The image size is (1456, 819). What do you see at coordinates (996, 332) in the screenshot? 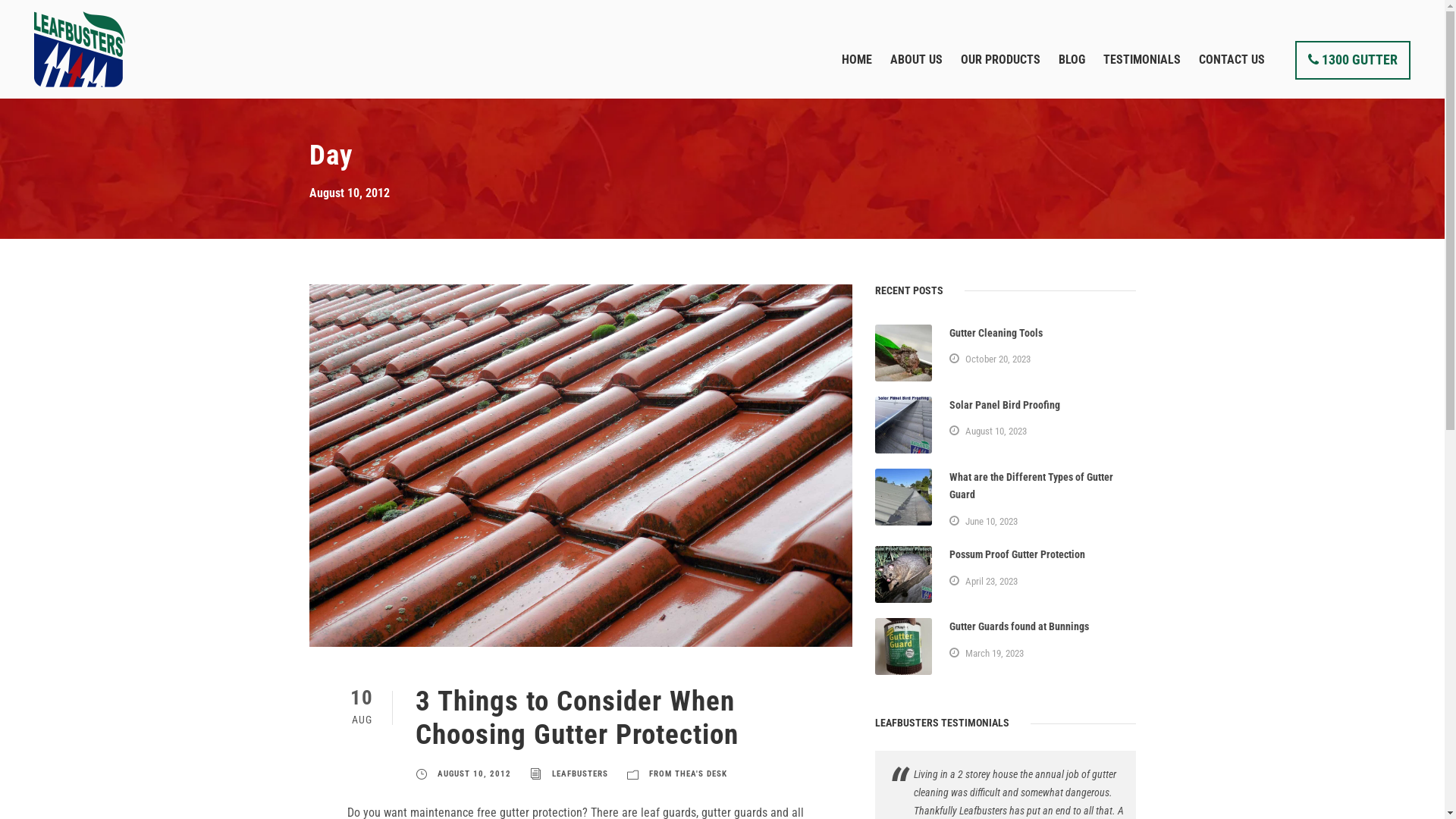
I see `'Gutter Cleaning Tools'` at bounding box center [996, 332].